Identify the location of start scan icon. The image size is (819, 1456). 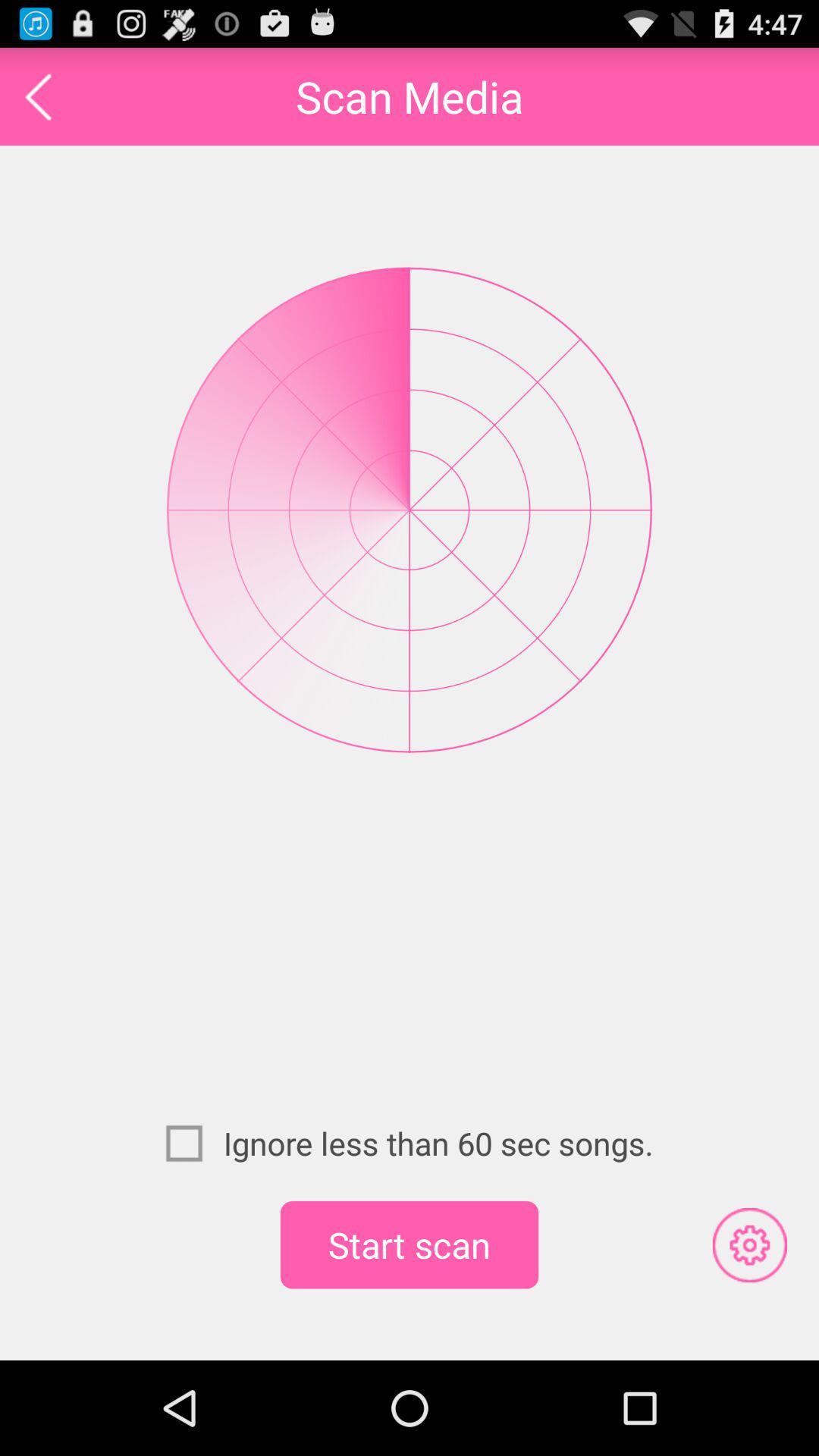
(409, 1244).